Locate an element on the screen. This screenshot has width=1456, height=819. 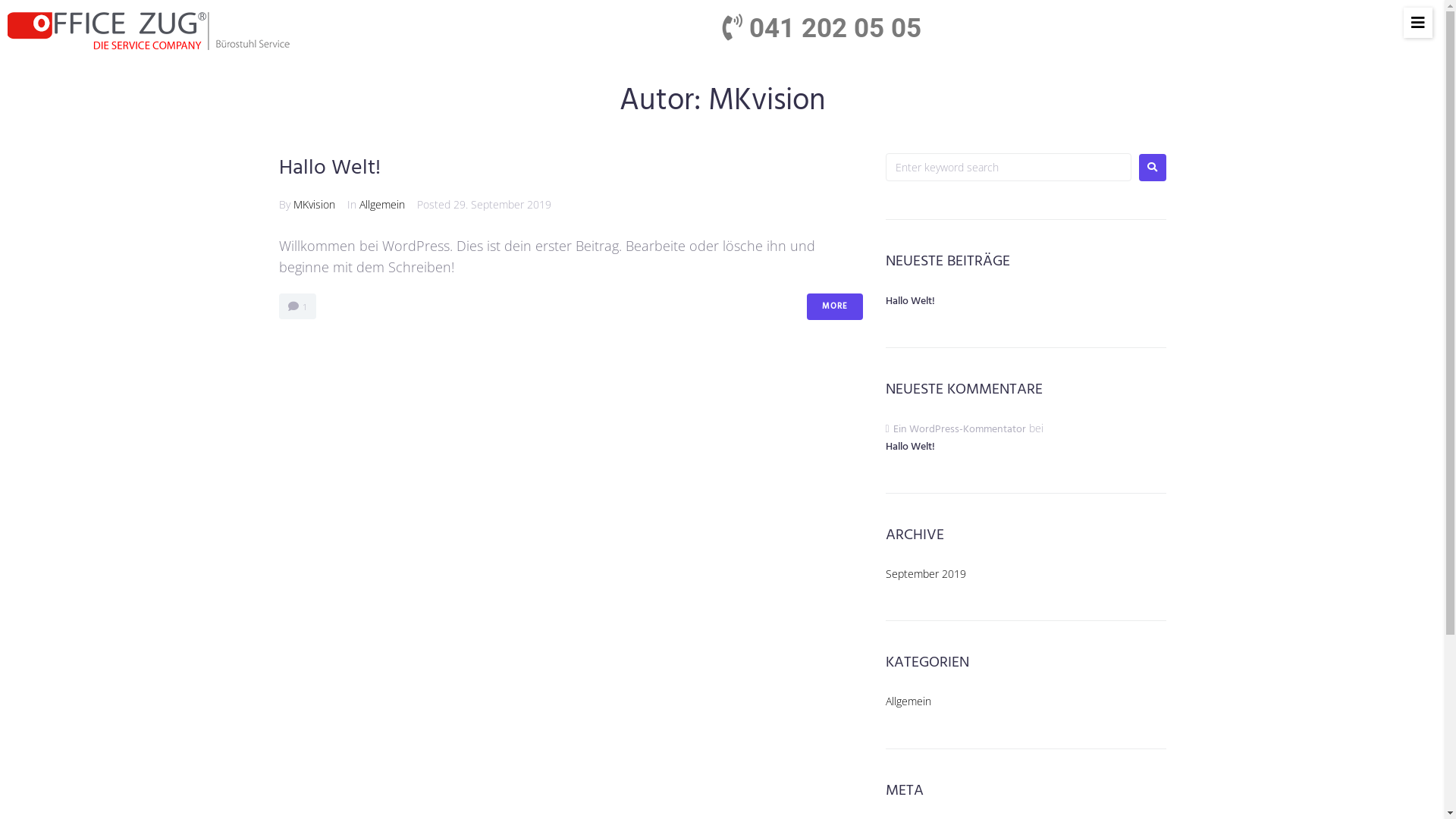
'MKvision' is located at coordinates (312, 203).